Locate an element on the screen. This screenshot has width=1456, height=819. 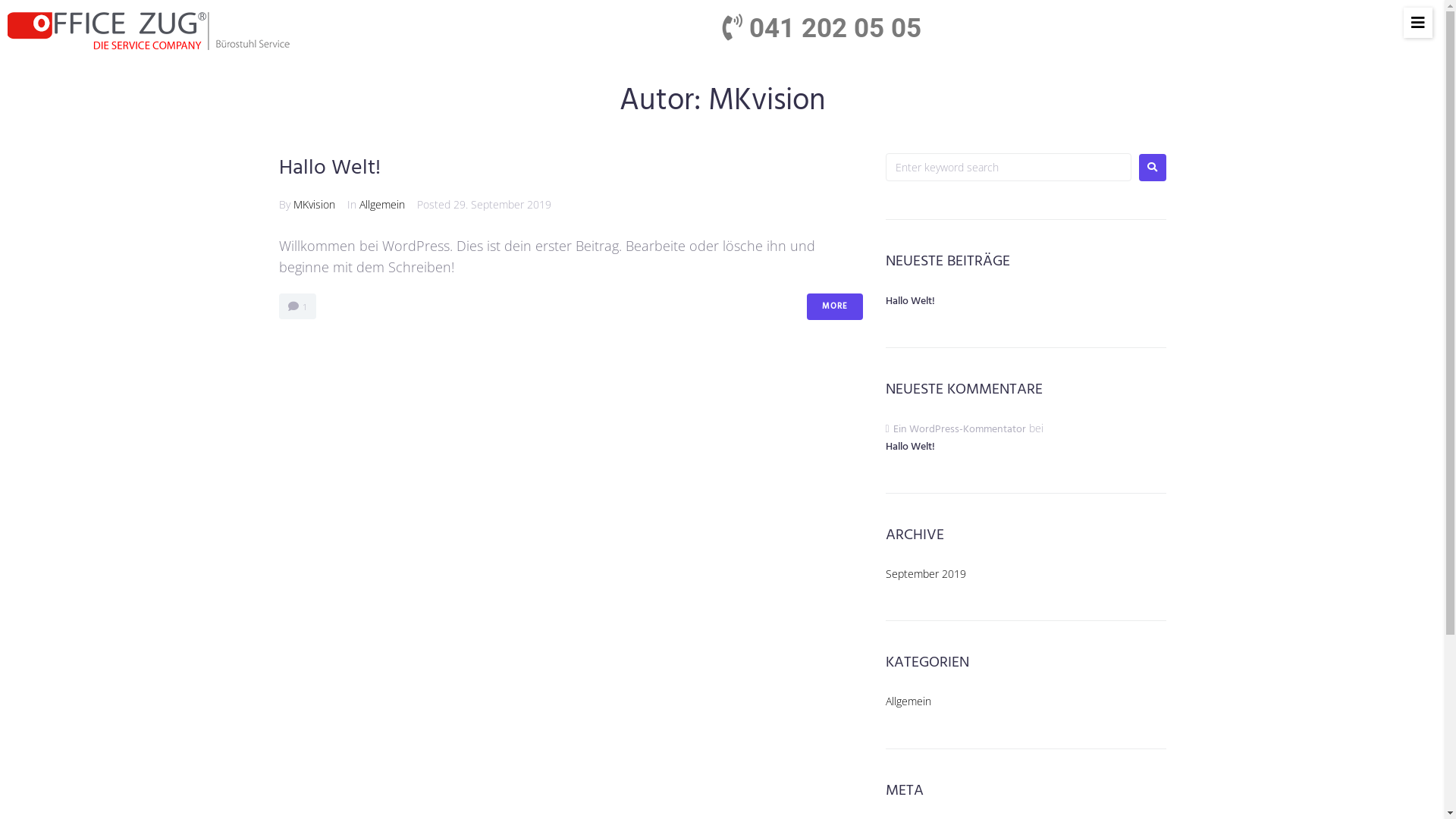
'MKvision' is located at coordinates (312, 203).